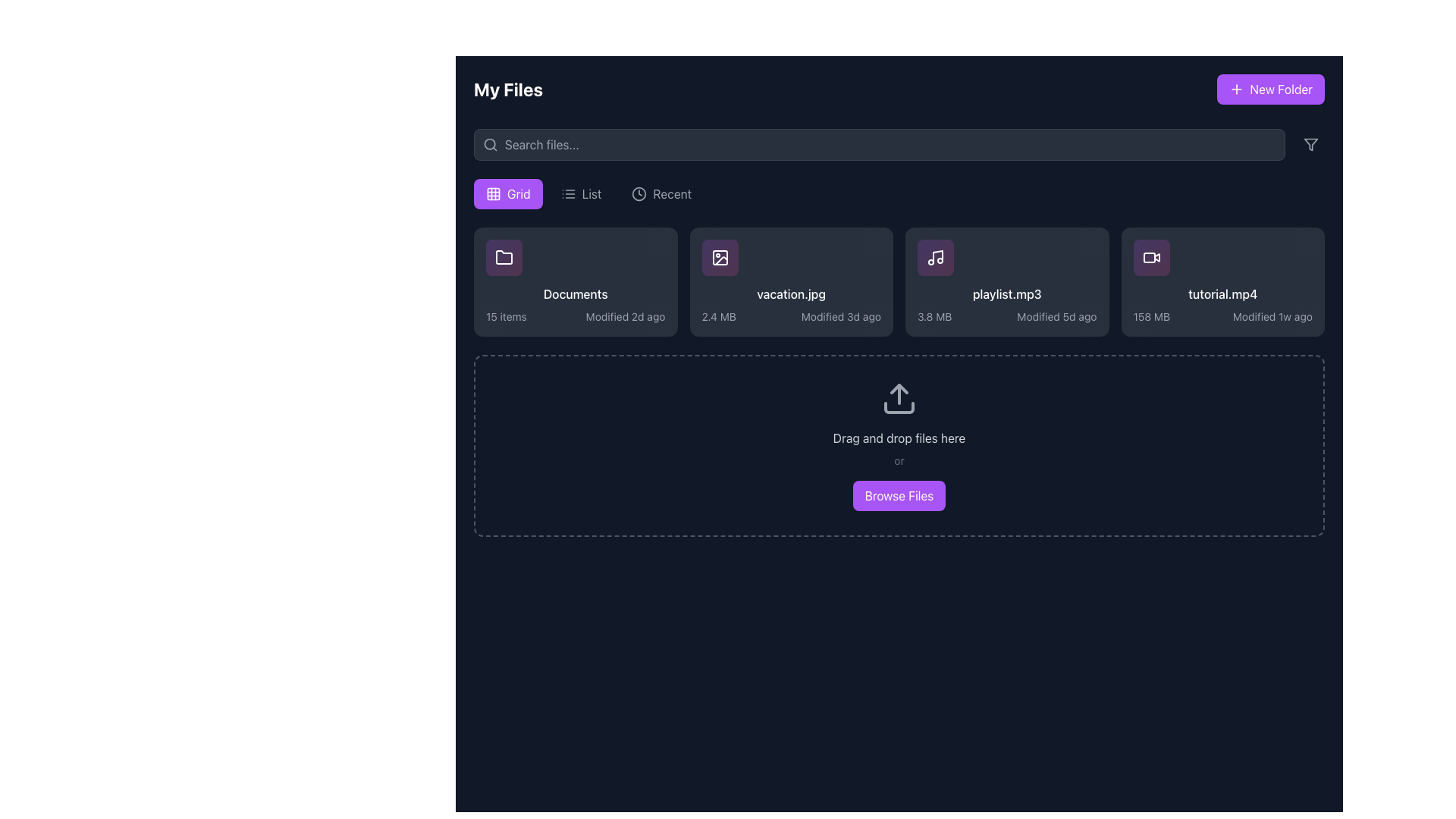 Image resolution: width=1456 pixels, height=819 pixels. Describe the element at coordinates (718, 315) in the screenshot. I see `the text label displaying the file size '2.4 MB' located at the bottom-left corner of the card for the file 'vacation.jpg'` at that location.